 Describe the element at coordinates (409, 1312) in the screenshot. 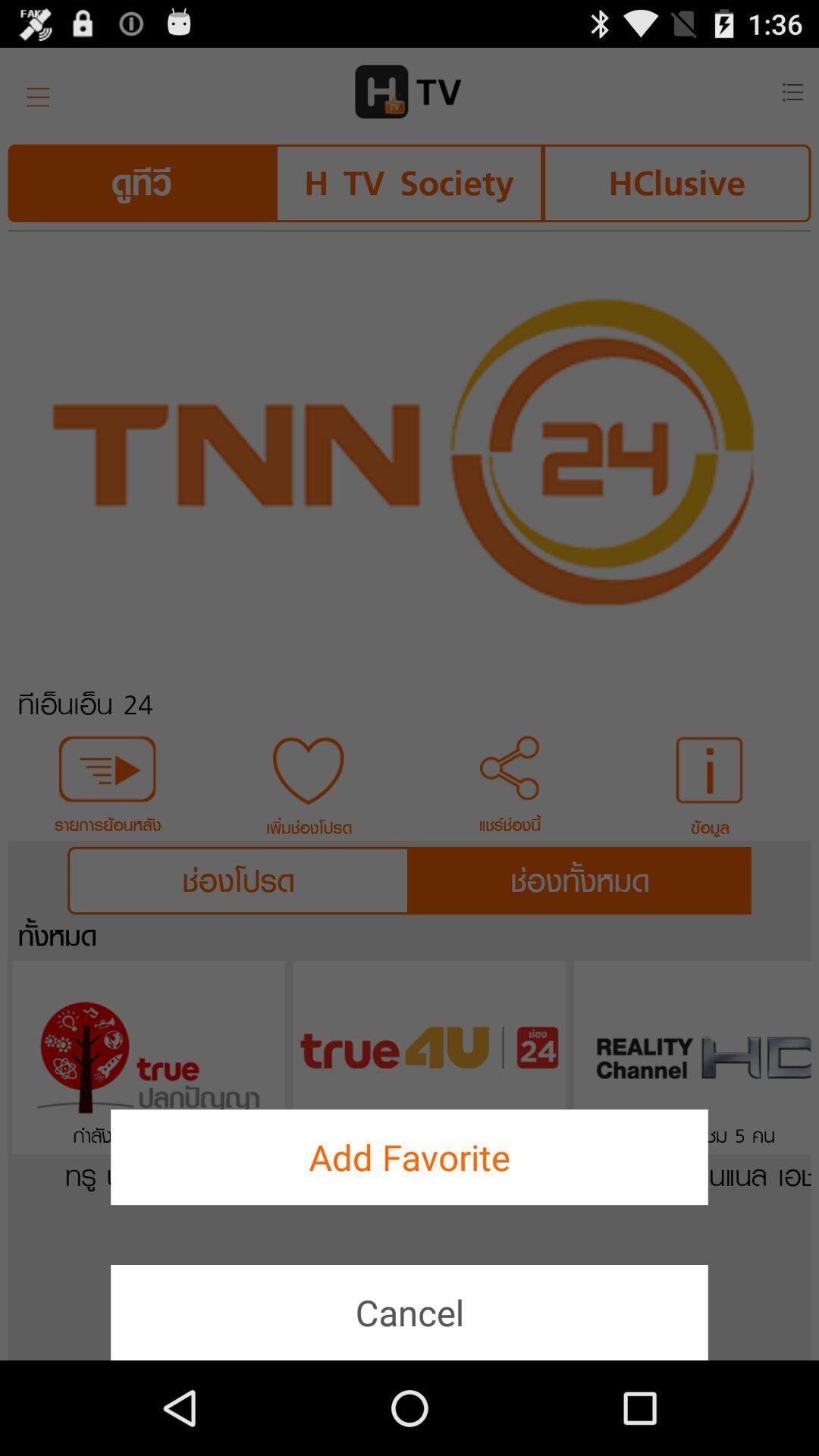

I see `icon below add favorite item` at that location.